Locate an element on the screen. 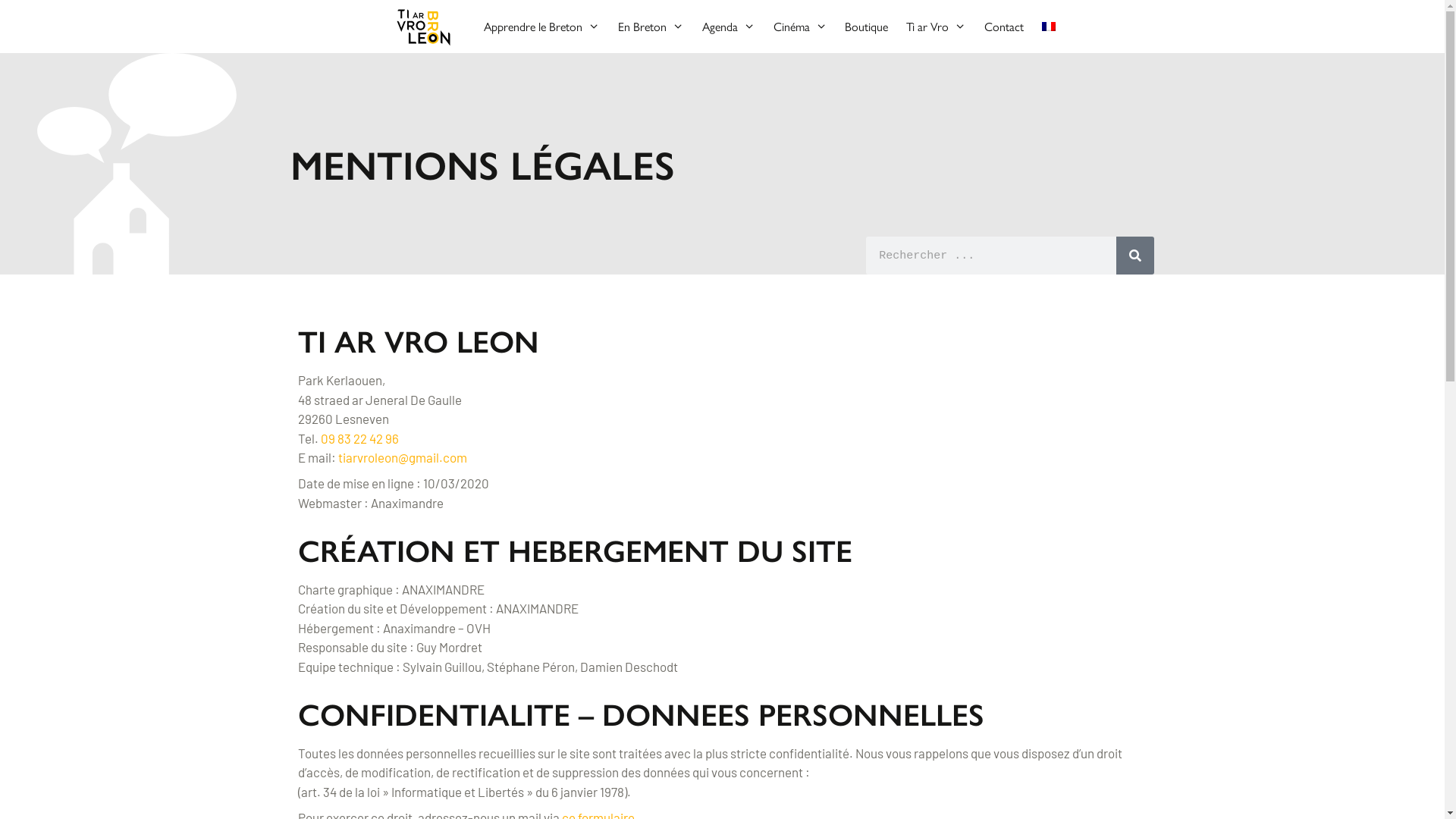 The image size is (1456, 819). 'Ti ar Vro' is located at coordinates (935, 26).